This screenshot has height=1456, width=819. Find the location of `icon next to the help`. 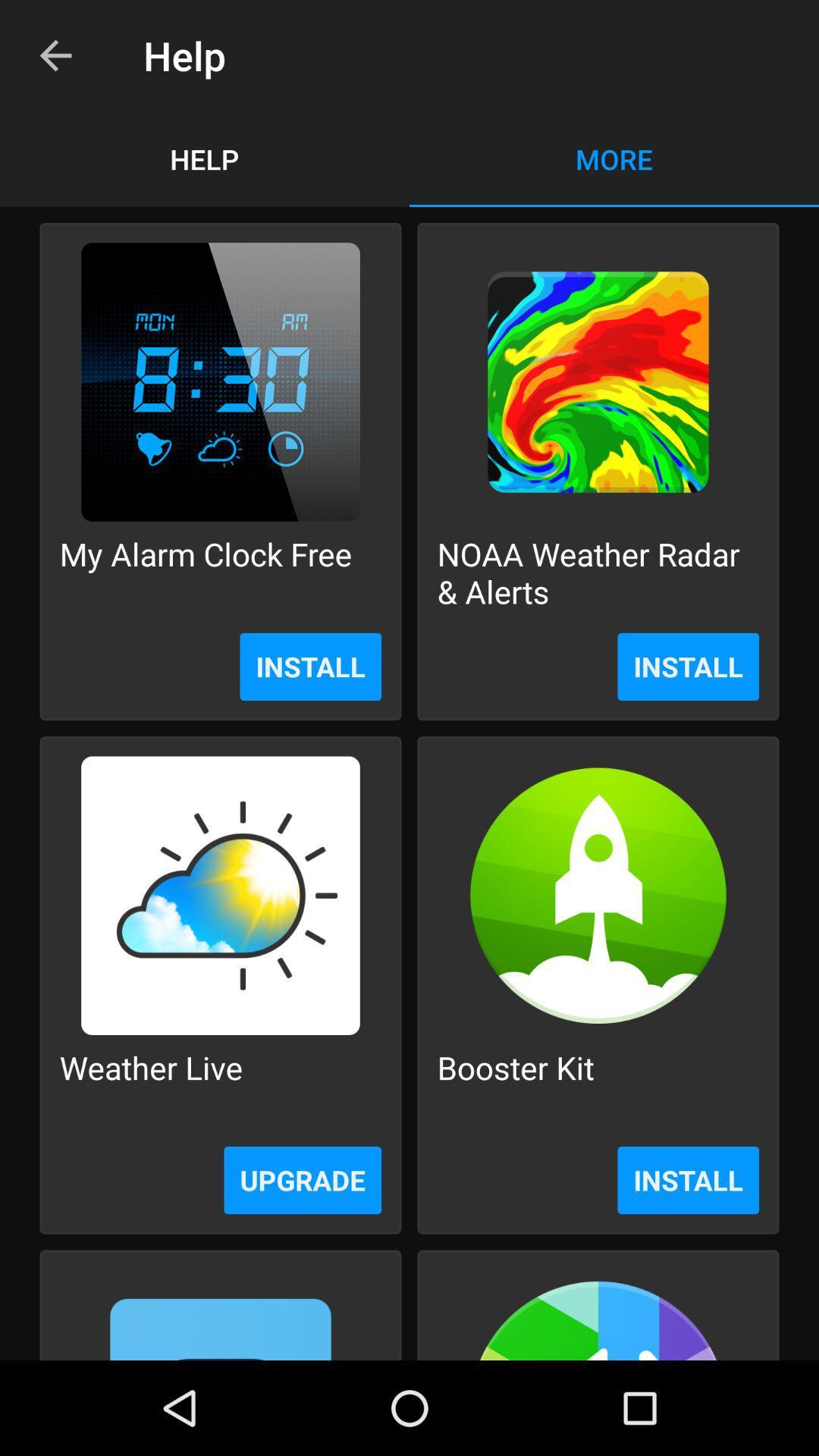

icon next to the help is located at coordinates (55, 55).